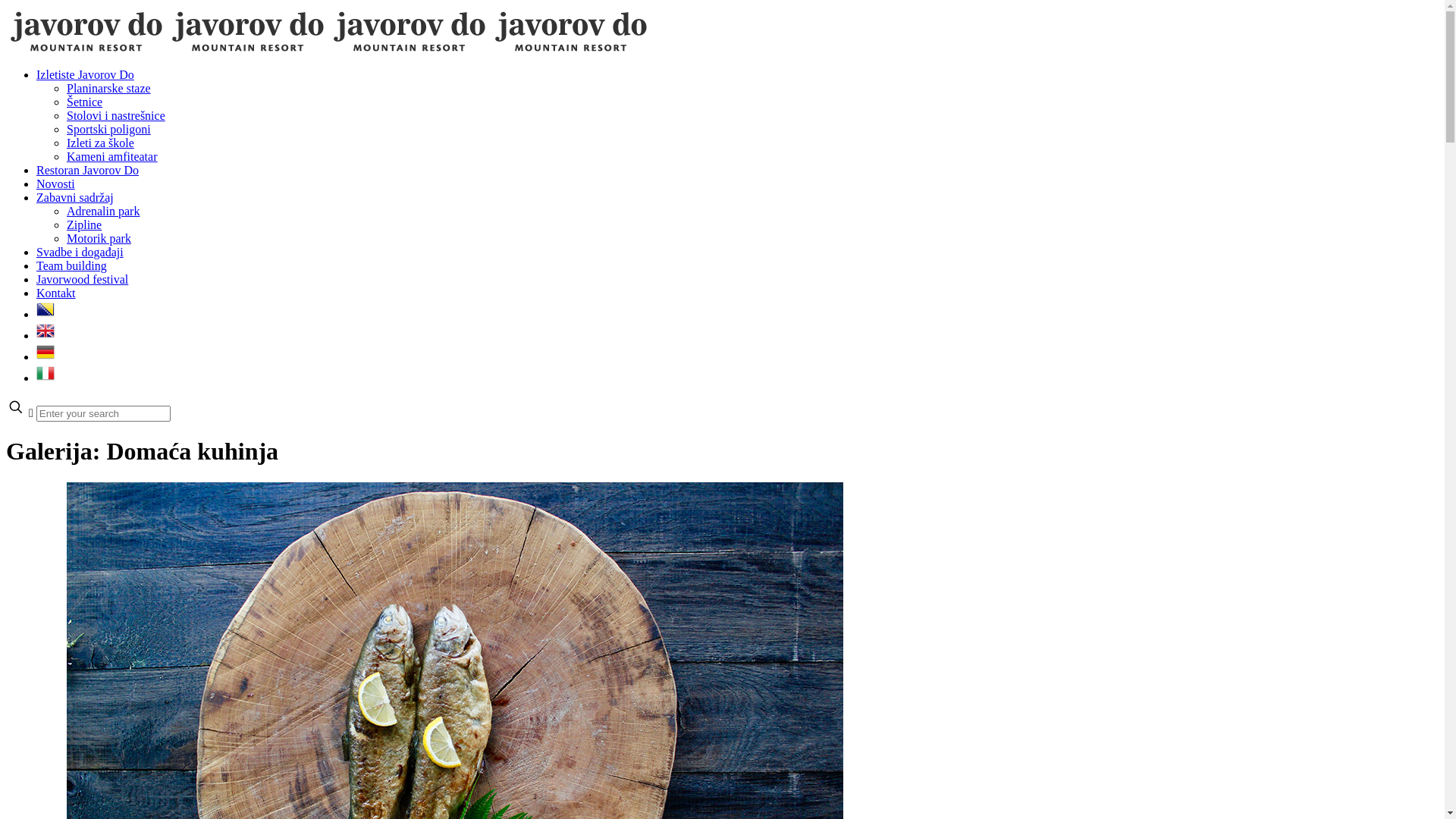  I want to click on 'Italian', so click(45, 377).